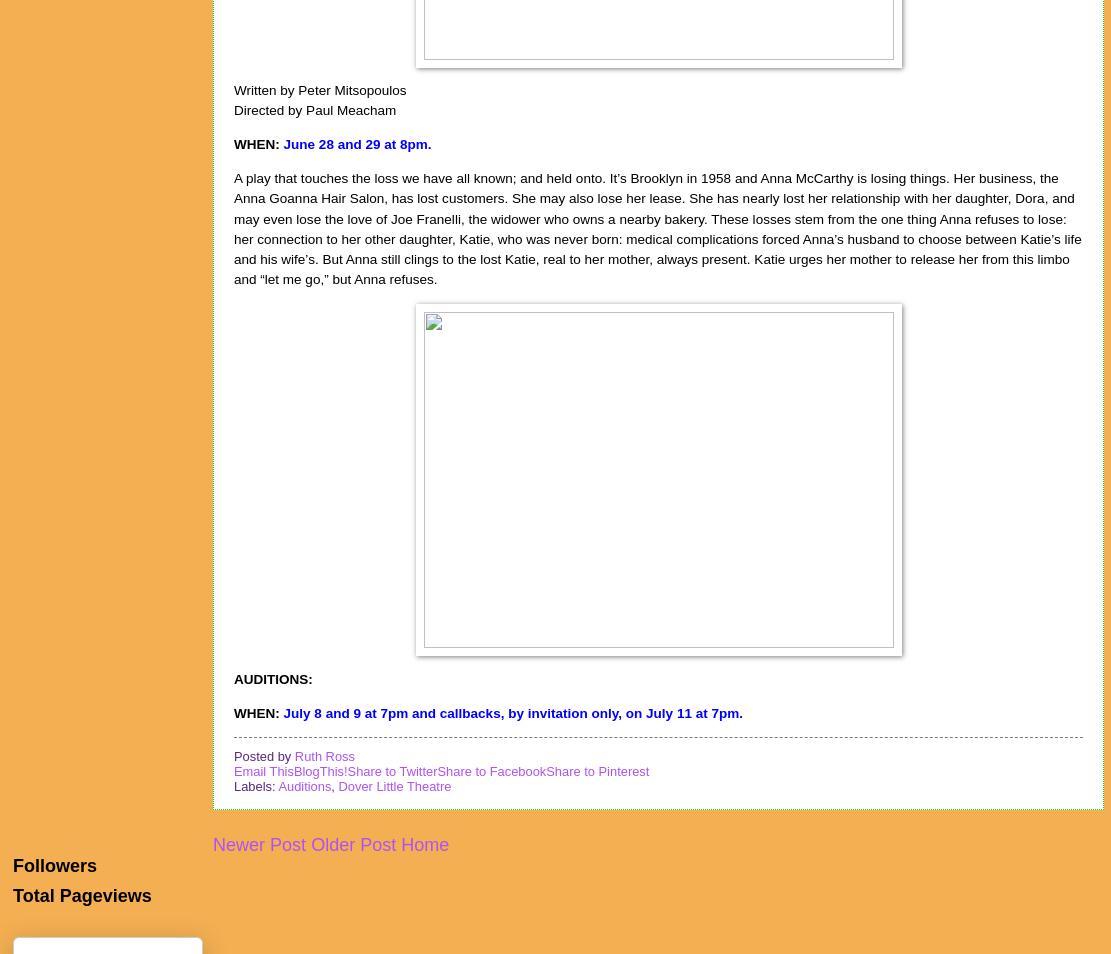  Describe the element at coordinates (657, 227) in the screenshot. I see `'A play that touches the loss we have all known; and held onto. It’s Brooklyn in 1958 and Anna McCarthy is losing things. Her business, the Anna Goanna Hair Salon, has lost customers. She may also lose her lease. She has nearly lost her relationship with her daughter, Dora, and may even lose the love of Joe Franelli, the widower who owns a nearby bakery. These losses stem from the one thing Anna refuses to lose: her connection to her other daughter, Katie, who was never born: medical complications forced Anna’s husband to choose between Katie’s life and his wife’s. But Anna still clings to the lost Katie, real to her mother, always present. Katie urges her mother to release her from this limbo and “let me go,” but Anna refuses.'` at that location.